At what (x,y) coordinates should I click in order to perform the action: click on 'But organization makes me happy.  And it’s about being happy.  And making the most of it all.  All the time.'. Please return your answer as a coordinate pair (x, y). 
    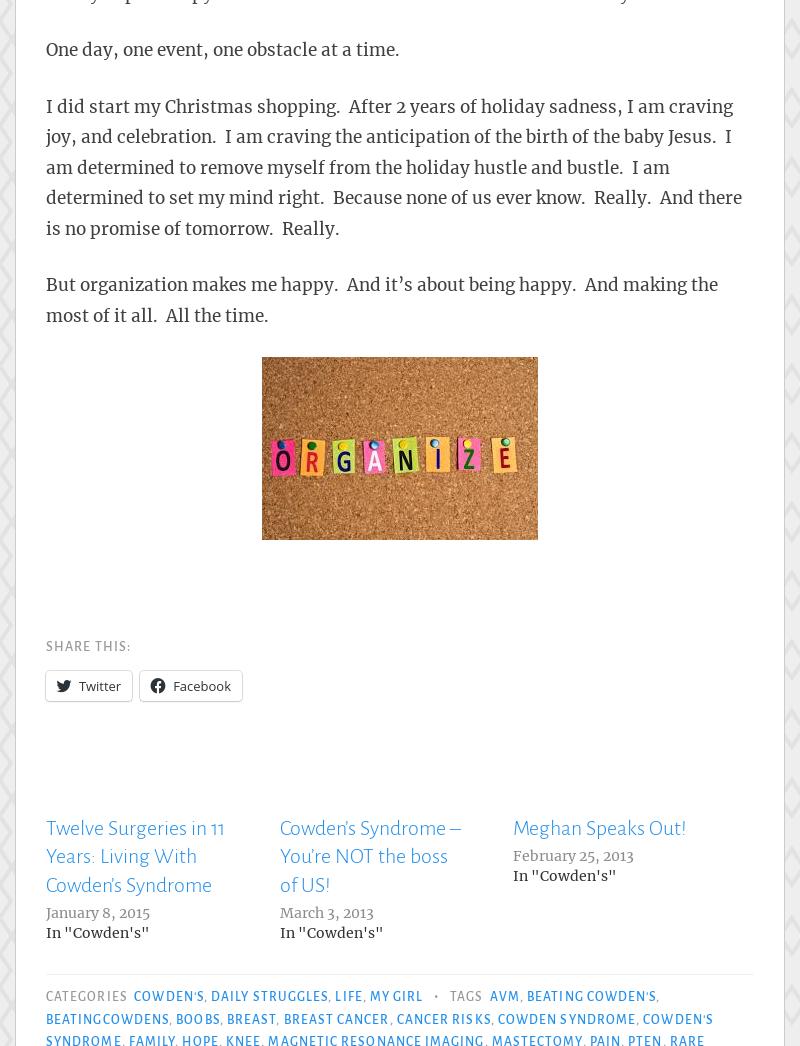
    Looking at the image, I should click on (381, 299).